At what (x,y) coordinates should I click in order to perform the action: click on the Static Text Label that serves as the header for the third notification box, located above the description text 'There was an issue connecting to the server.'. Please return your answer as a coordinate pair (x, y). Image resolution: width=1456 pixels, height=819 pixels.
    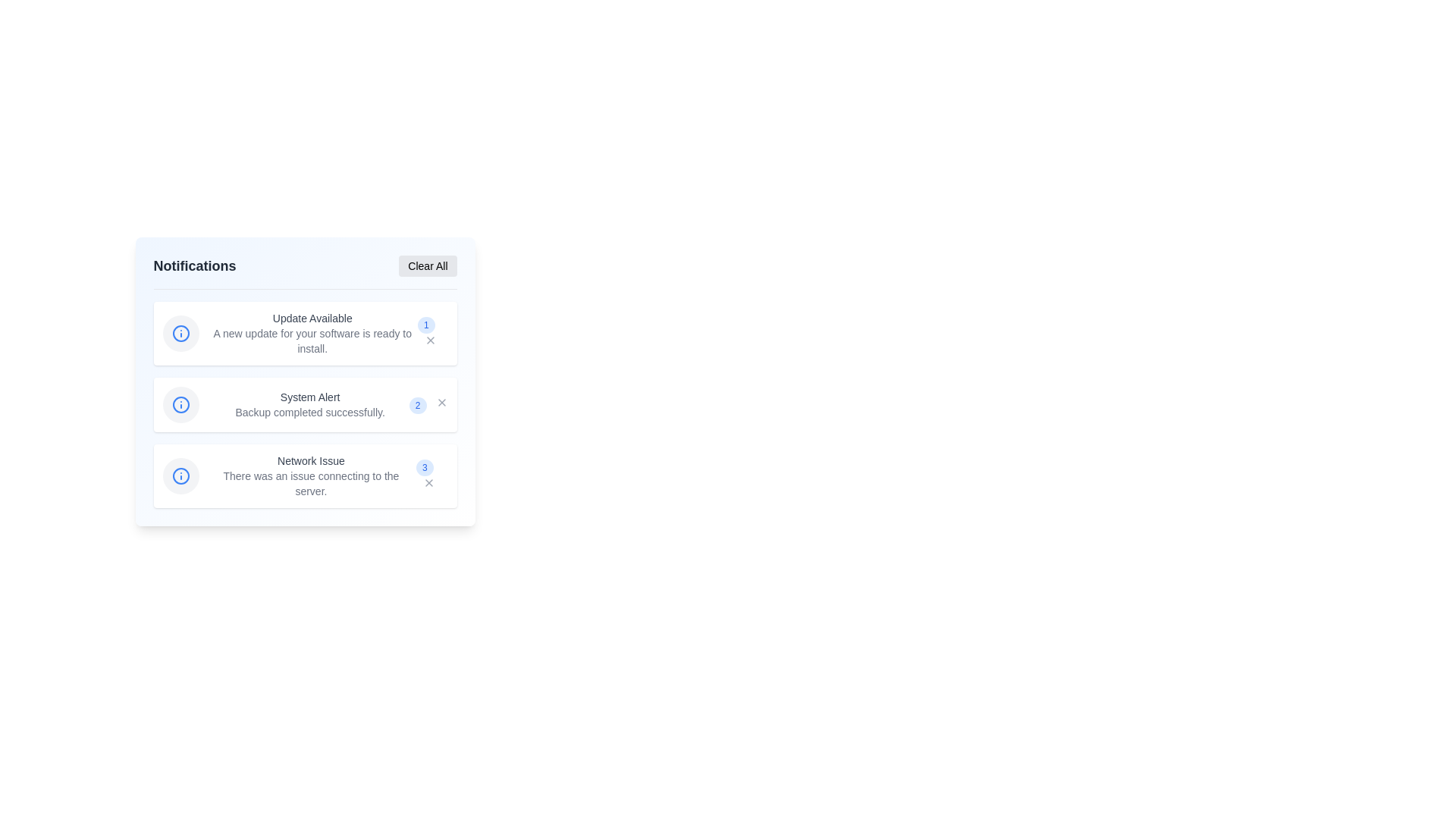
    Looking at the image, I should click on (310, 460).